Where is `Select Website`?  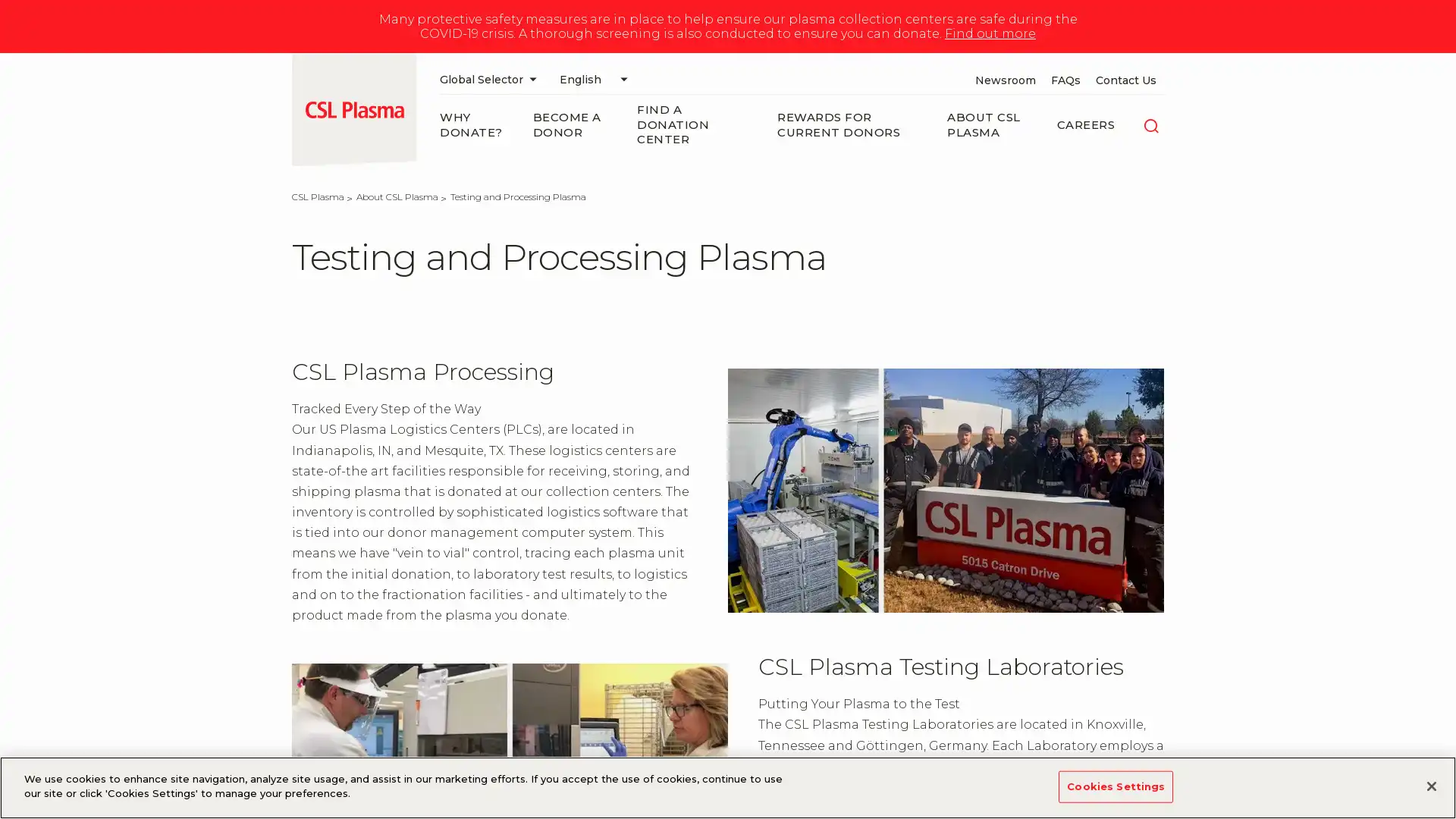 Select Website is located at coordinates (491, 79).